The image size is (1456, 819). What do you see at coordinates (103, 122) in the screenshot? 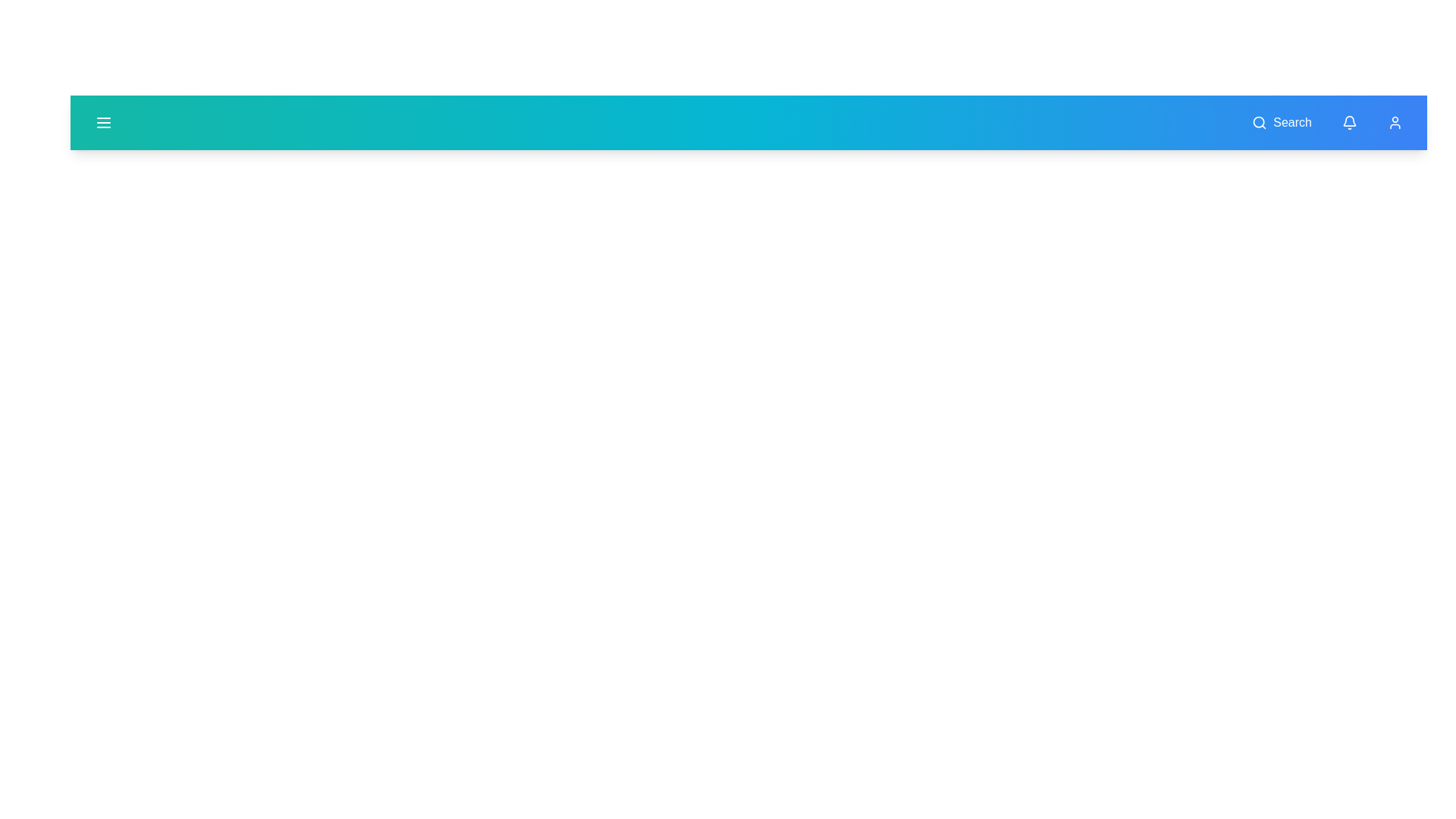
I see `the menu button to open the menu` at bounding box center [103, 122].